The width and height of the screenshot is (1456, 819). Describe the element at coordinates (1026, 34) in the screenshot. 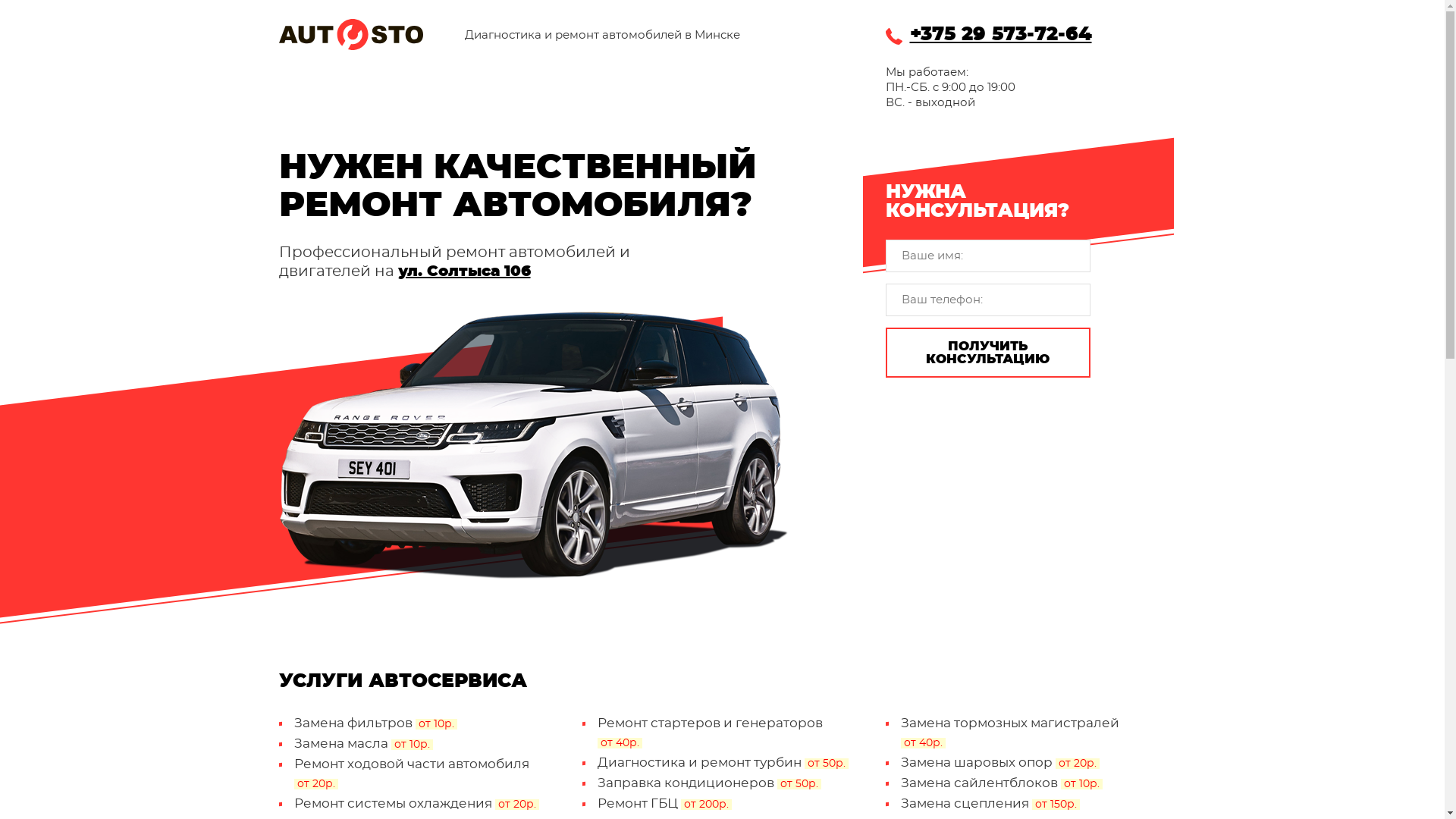

I see `'+375 29 573-72-64'` at that location.